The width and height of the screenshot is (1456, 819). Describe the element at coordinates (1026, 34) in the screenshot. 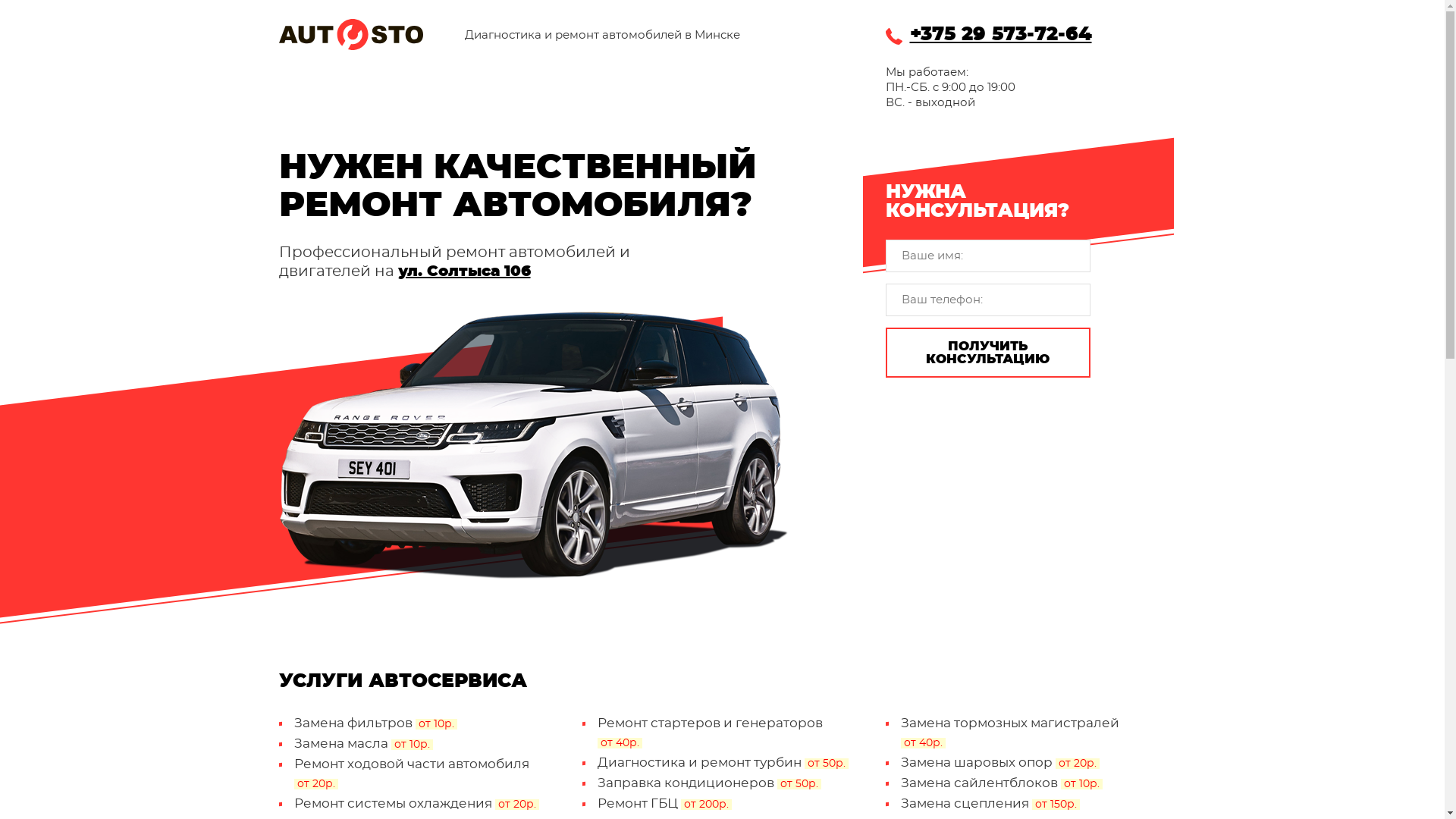

I see `'+375 29 573-72-64'` at that location.